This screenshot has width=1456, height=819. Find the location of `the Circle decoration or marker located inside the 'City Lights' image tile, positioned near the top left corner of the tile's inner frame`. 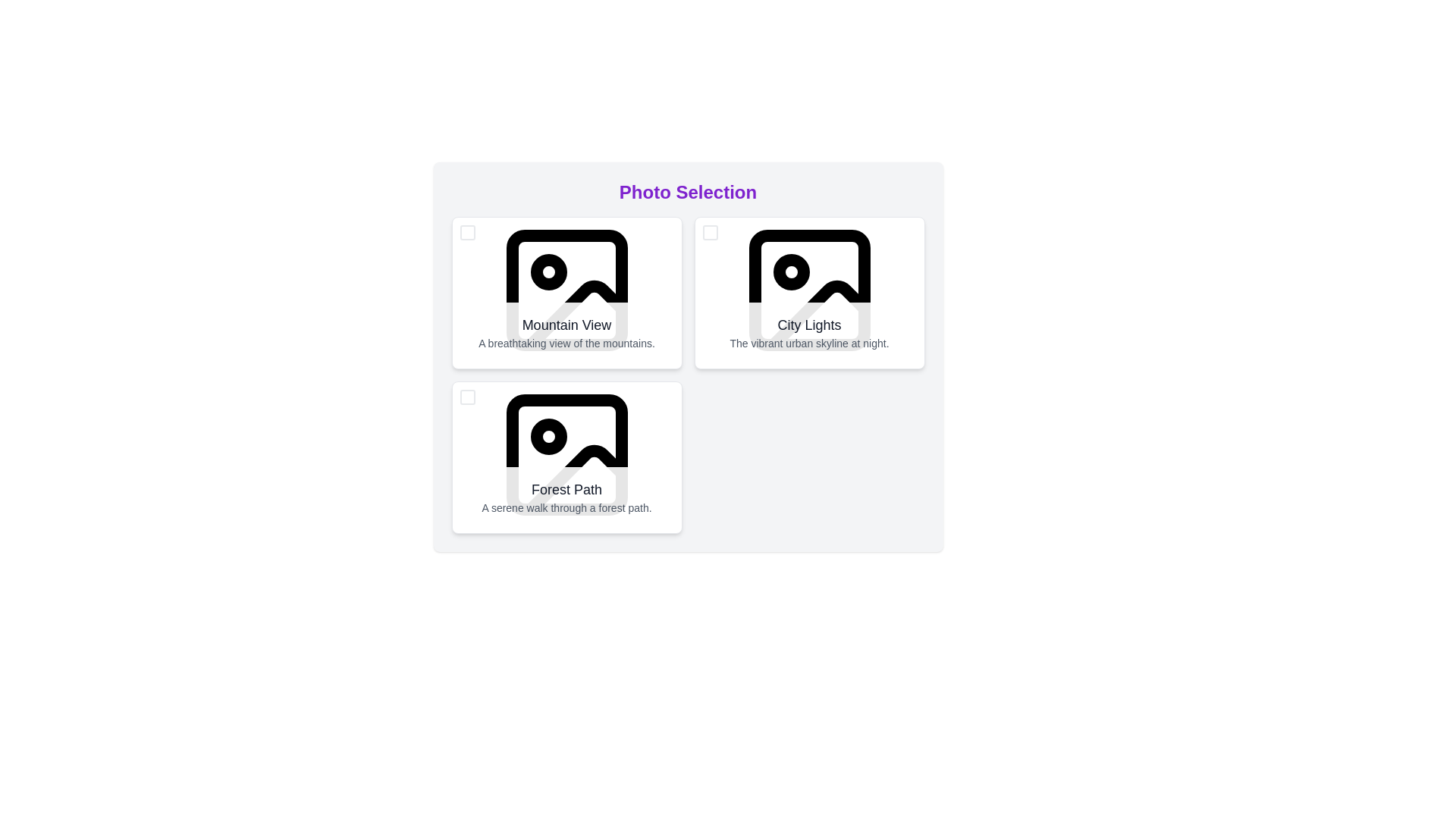

the Circle decoration or marker located inside the 'City Lights' image tile, positioned near the top left corner of the tile's inner frame is located at coordinates (790, 271).